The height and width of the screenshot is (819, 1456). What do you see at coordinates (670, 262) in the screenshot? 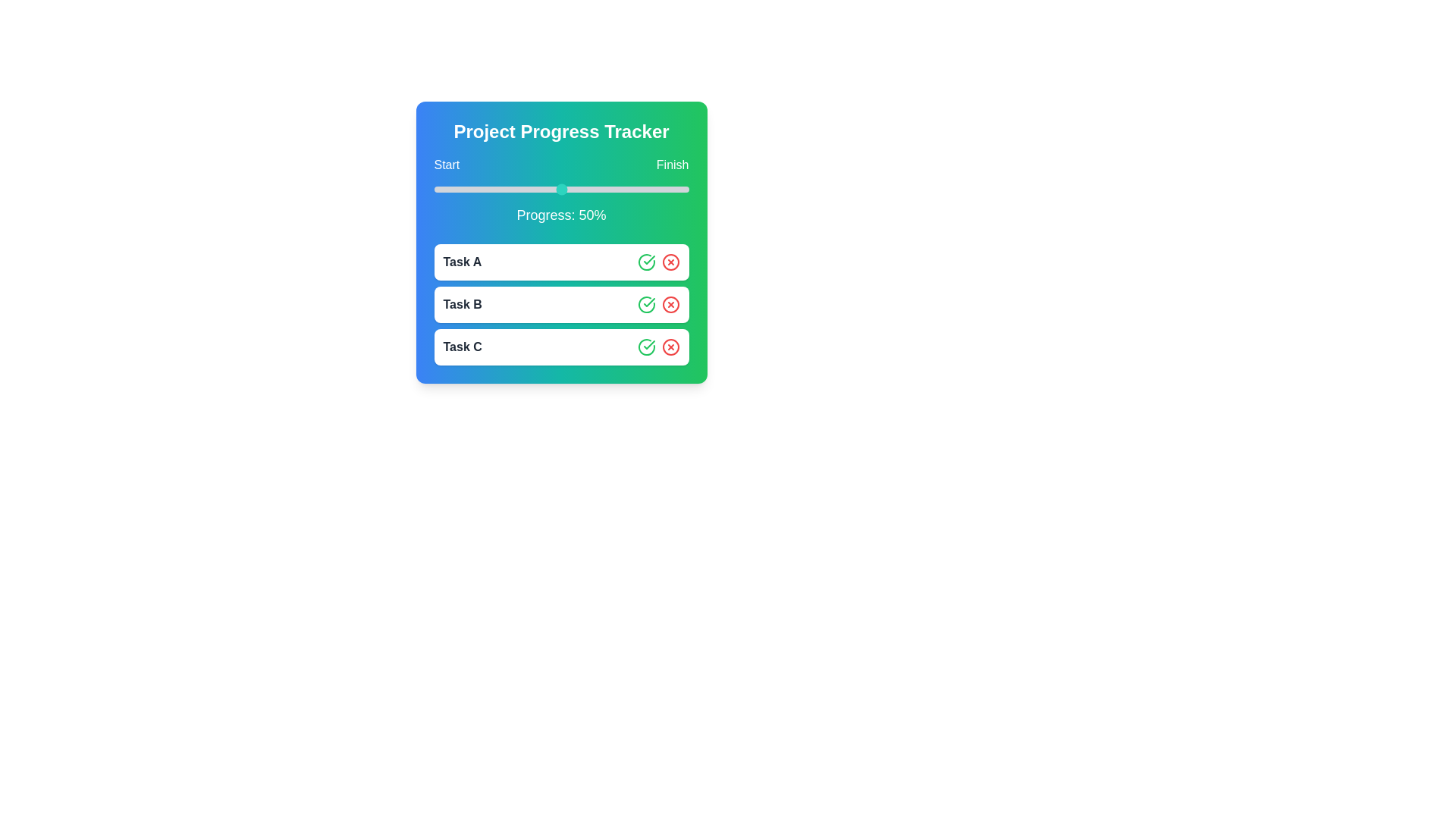
I see `cross button next to Task A to cancel it` at bounding box center [670, 262].